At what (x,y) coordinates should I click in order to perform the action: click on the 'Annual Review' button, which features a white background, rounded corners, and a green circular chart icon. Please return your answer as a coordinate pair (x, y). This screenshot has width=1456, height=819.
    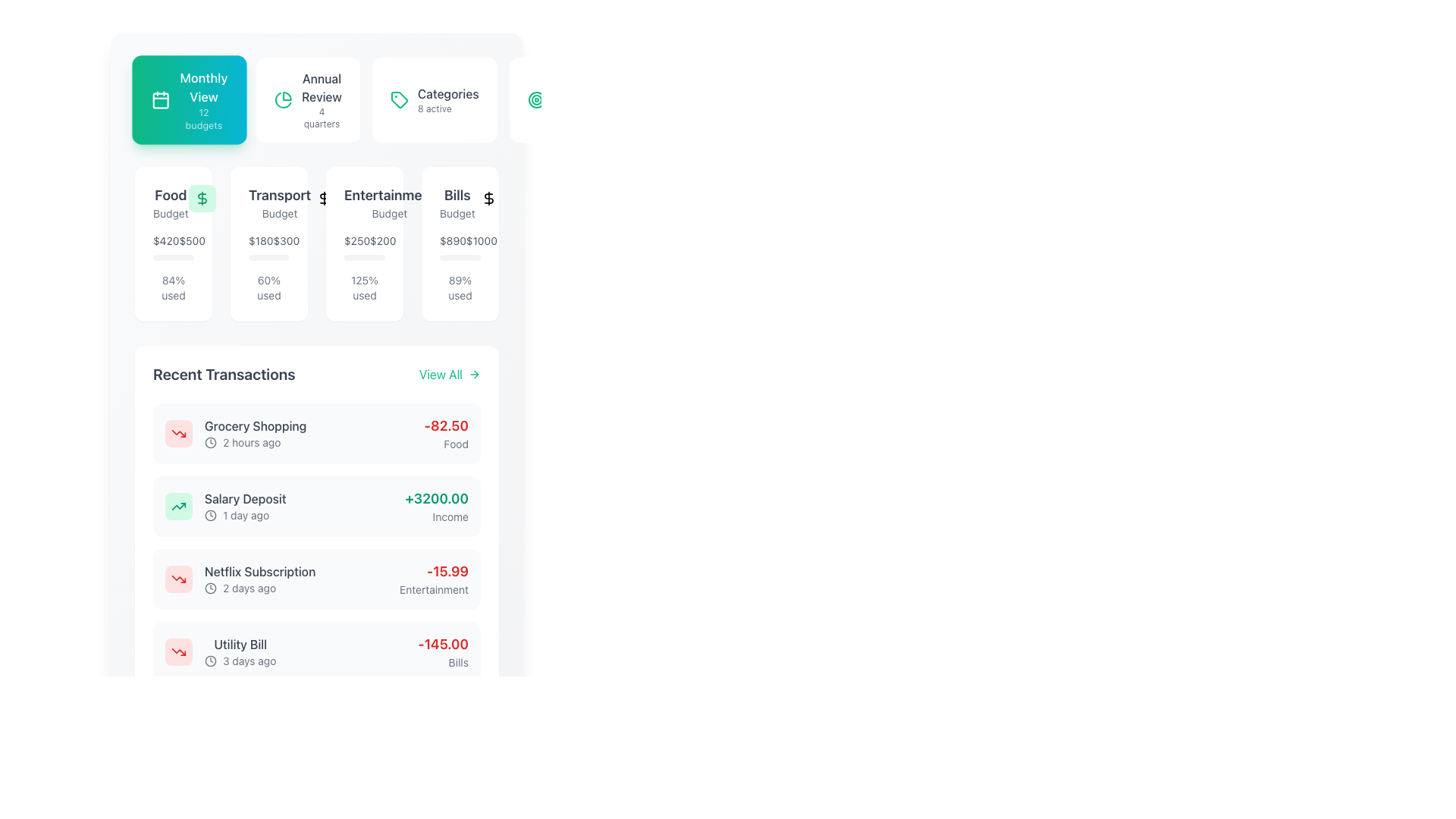
    Looking at the image, I should click on (315, 99).